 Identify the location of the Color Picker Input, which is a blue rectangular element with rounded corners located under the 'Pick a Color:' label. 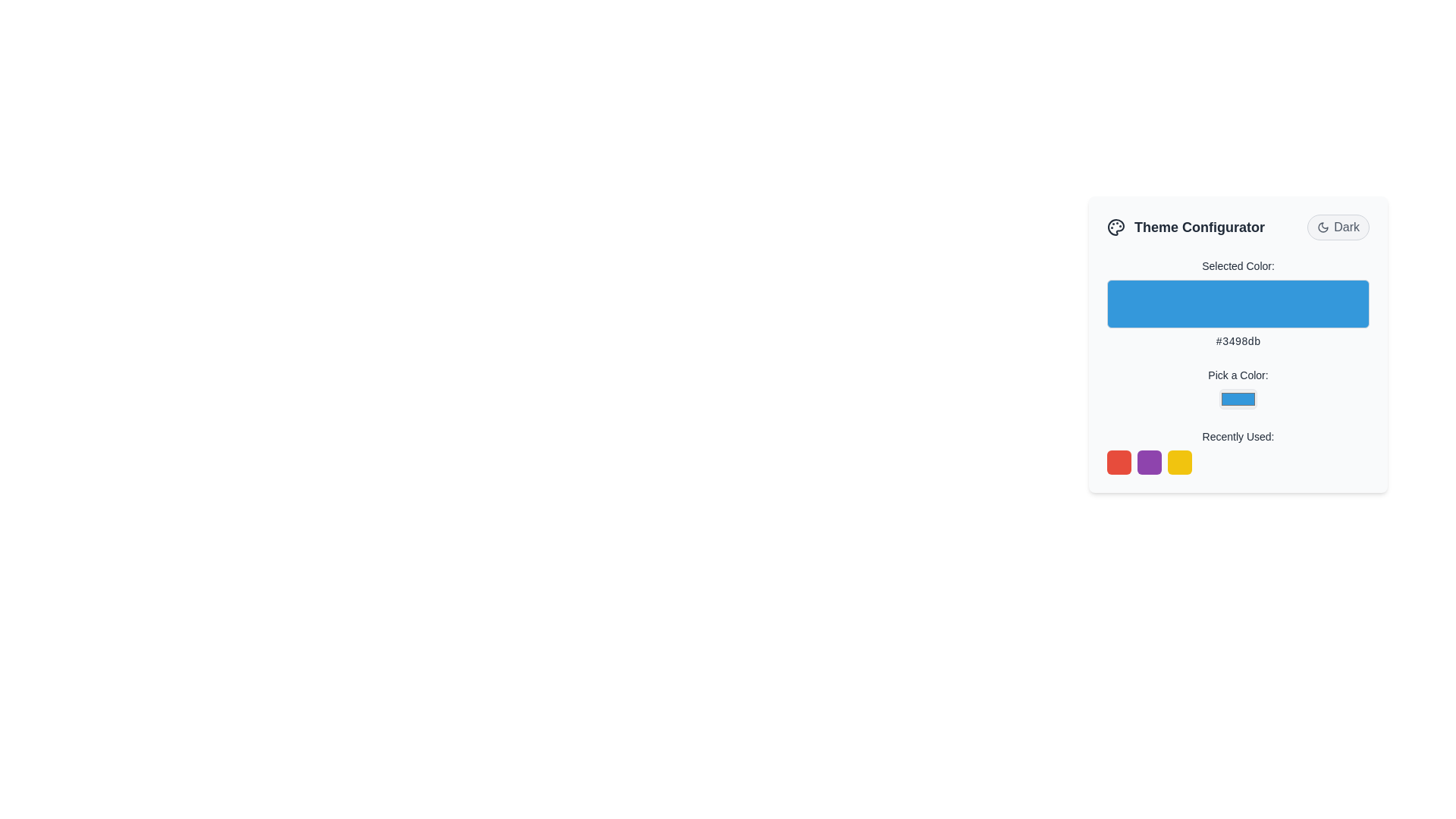
(1238, 398).